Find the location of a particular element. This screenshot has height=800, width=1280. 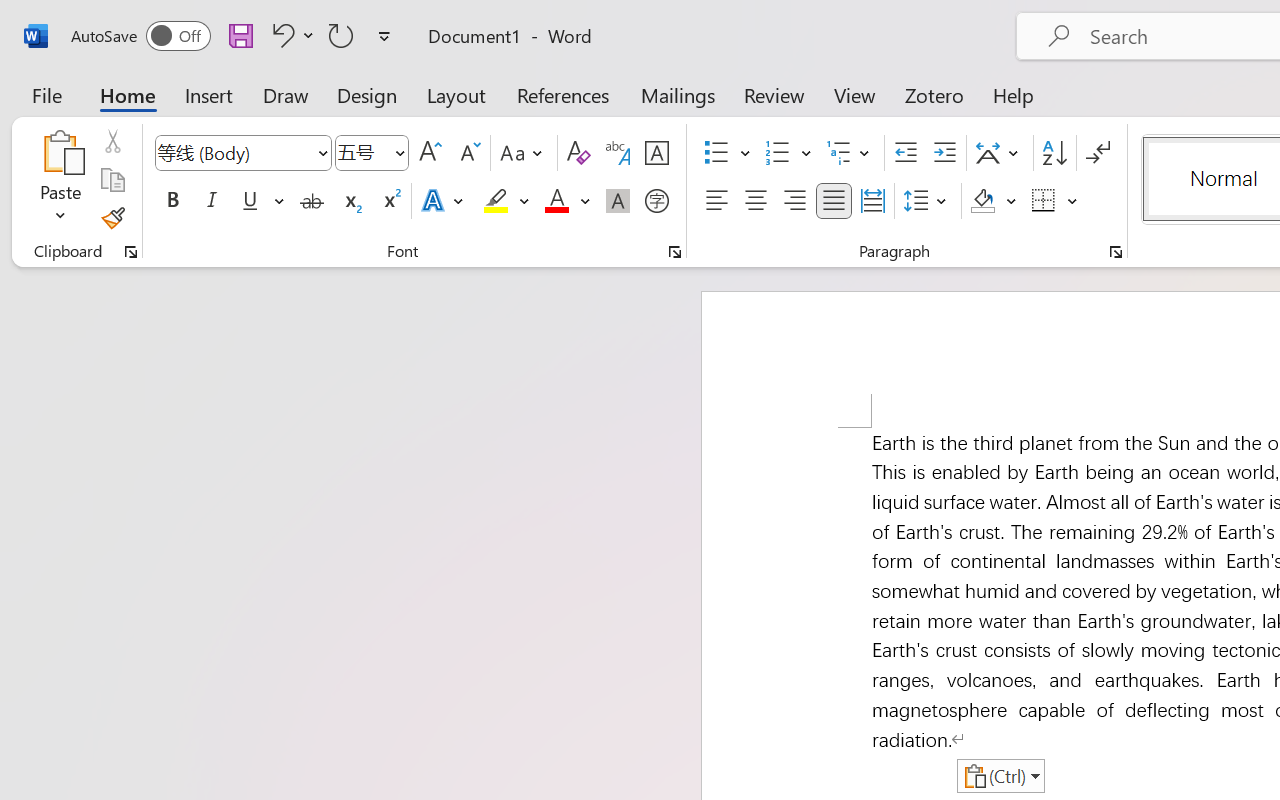

'Copy' is located at coordinates (111, 179).